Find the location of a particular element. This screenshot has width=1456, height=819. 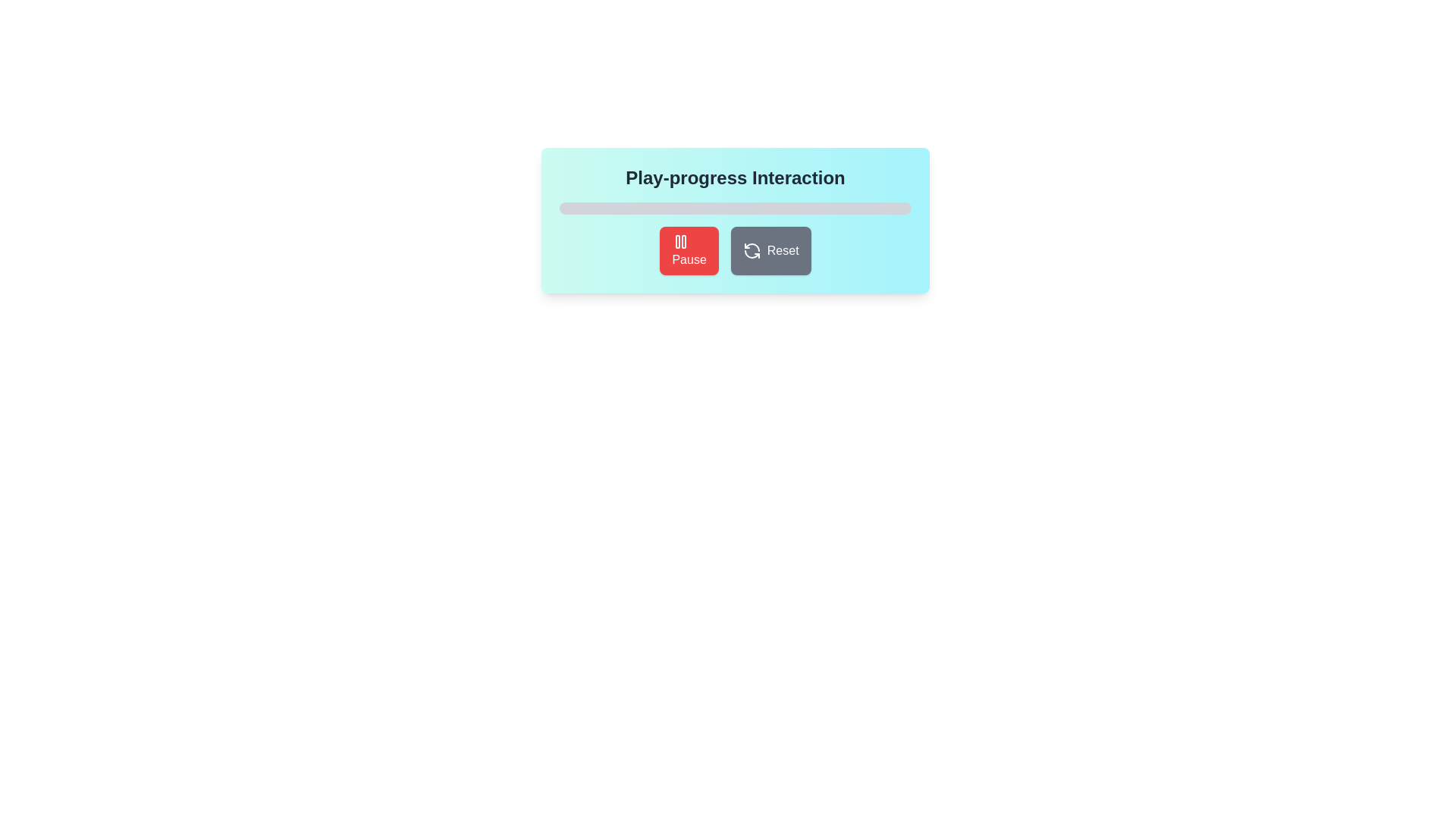

the progress bar located below the title 'Play-progress Interaction' and above the buttons 'Pause' and 'Reset' is located at coordinates (735, 208).